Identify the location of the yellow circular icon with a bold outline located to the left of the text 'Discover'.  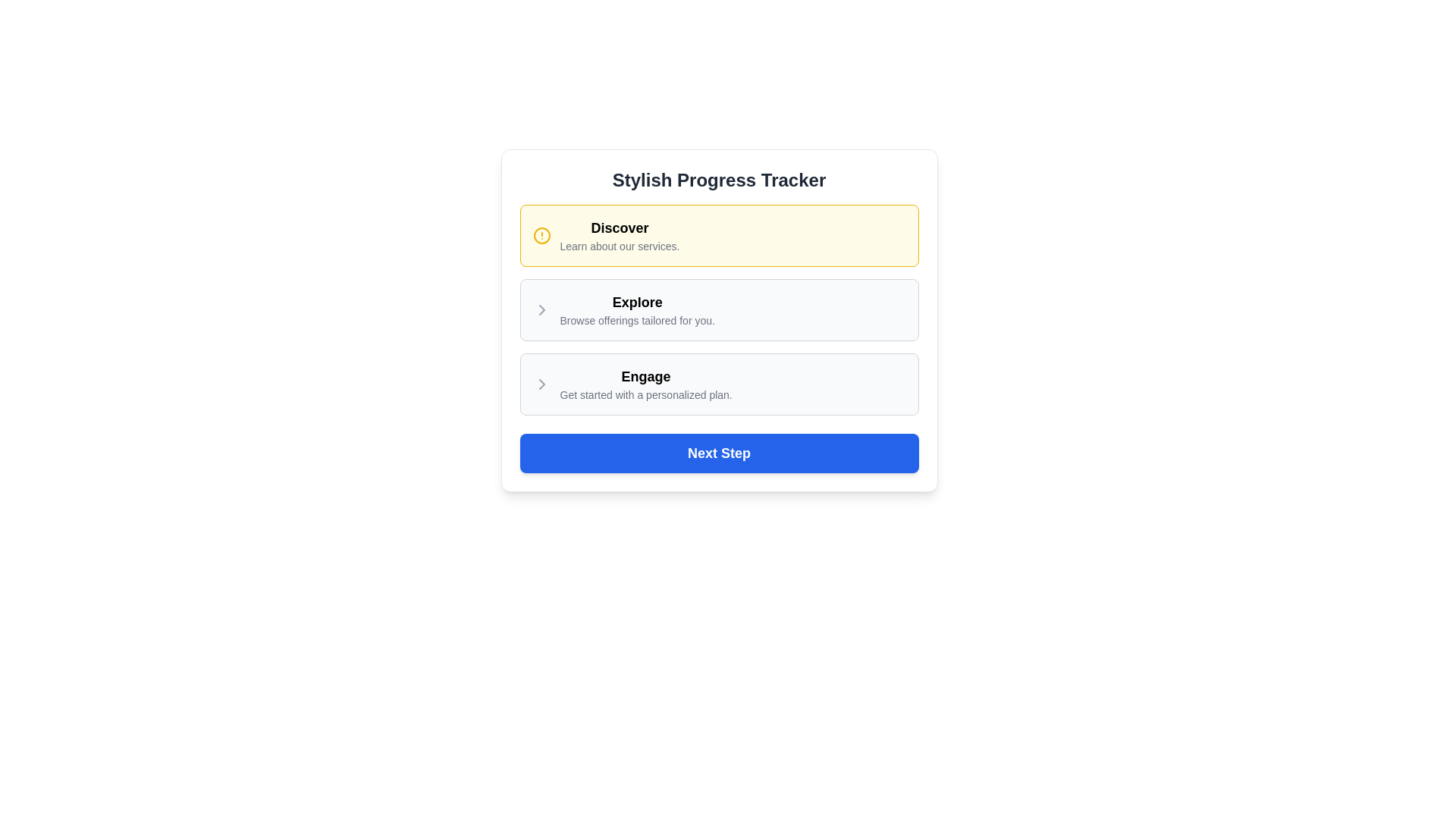
(541, 236).